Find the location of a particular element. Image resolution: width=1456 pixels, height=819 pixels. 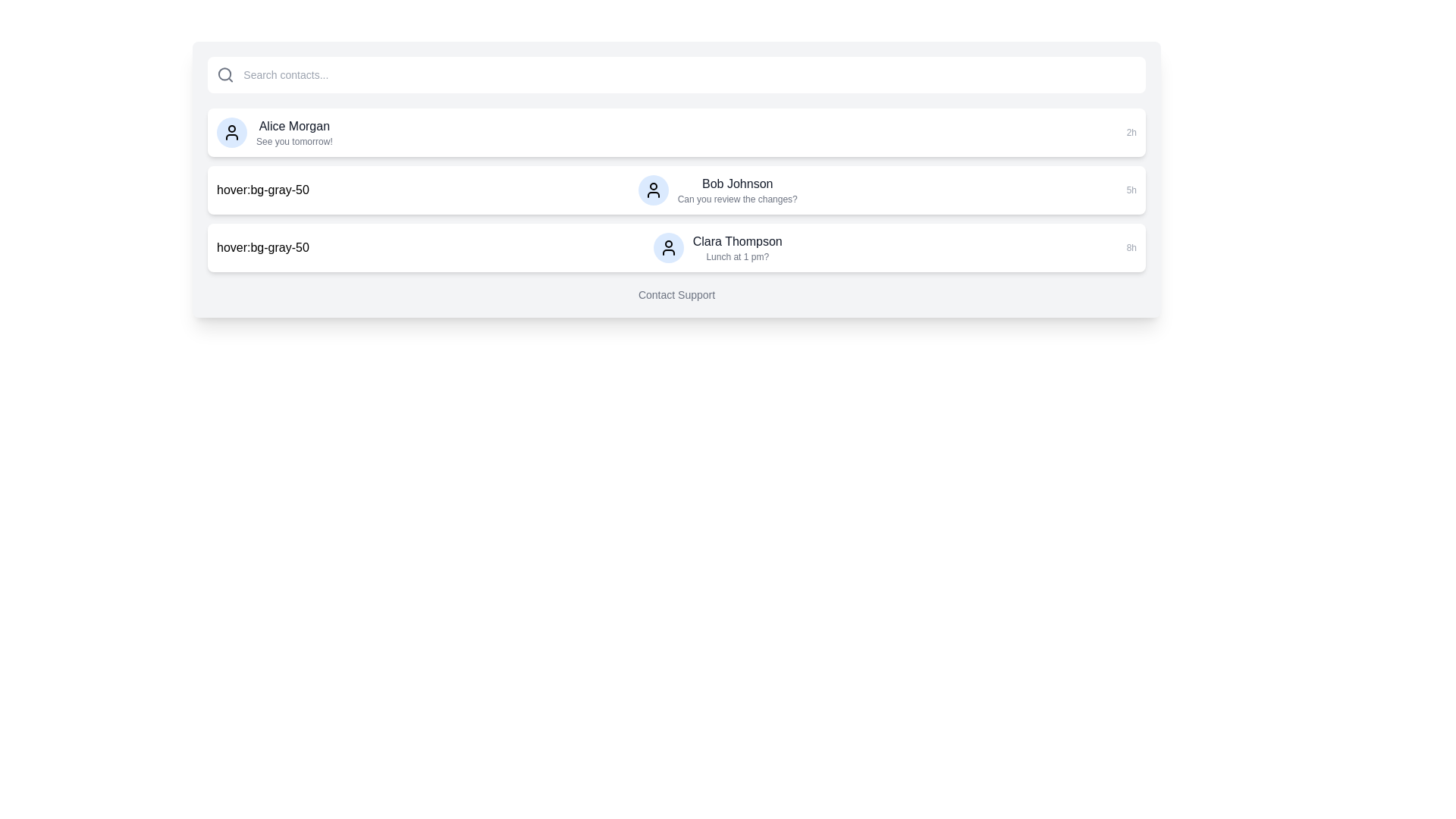

the text block that displays 'Bob Johnson' and 'Can you review the changes?' is located at coordinates (737, 189).